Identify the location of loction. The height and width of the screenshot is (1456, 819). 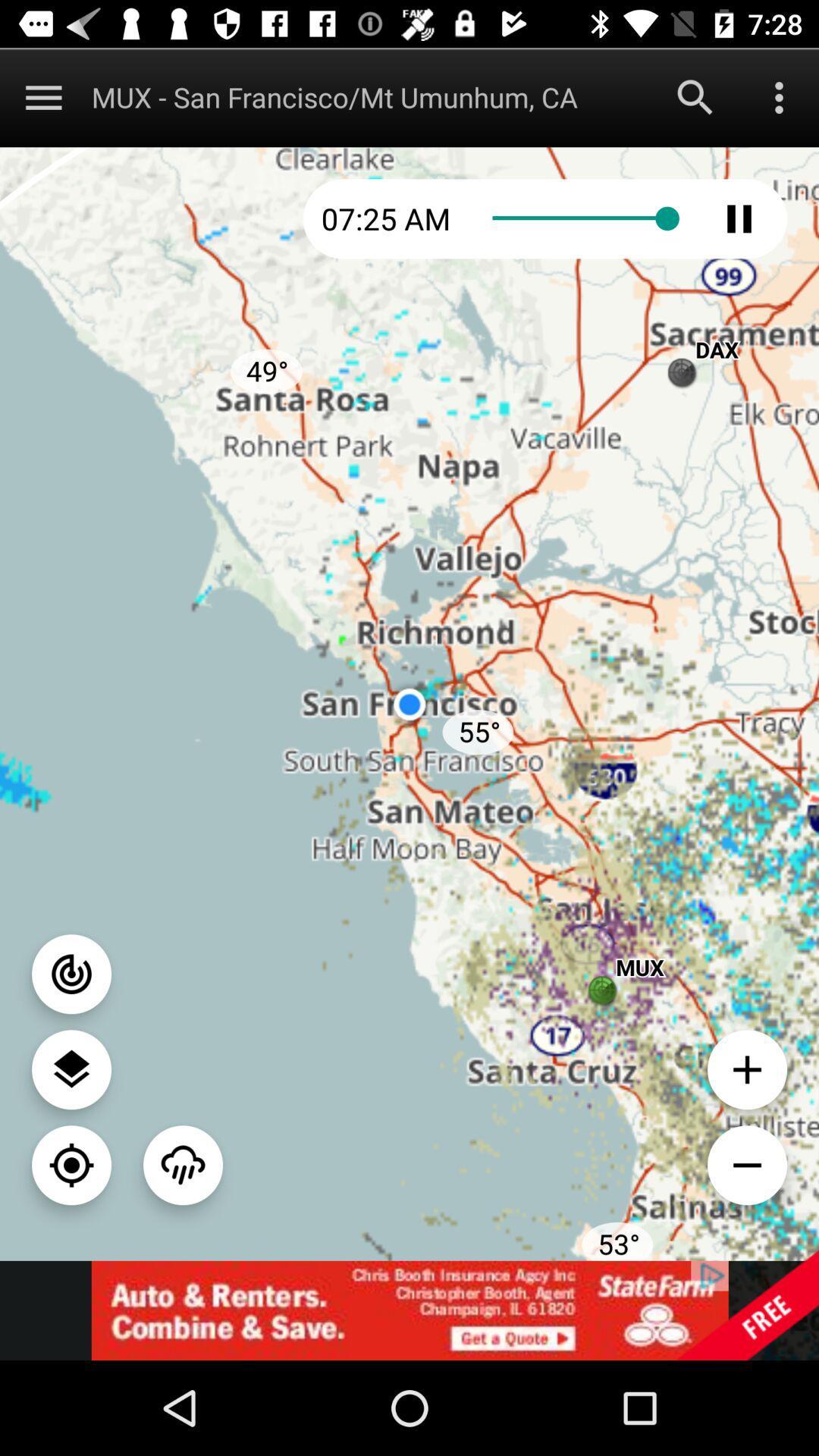
(71, 1068).